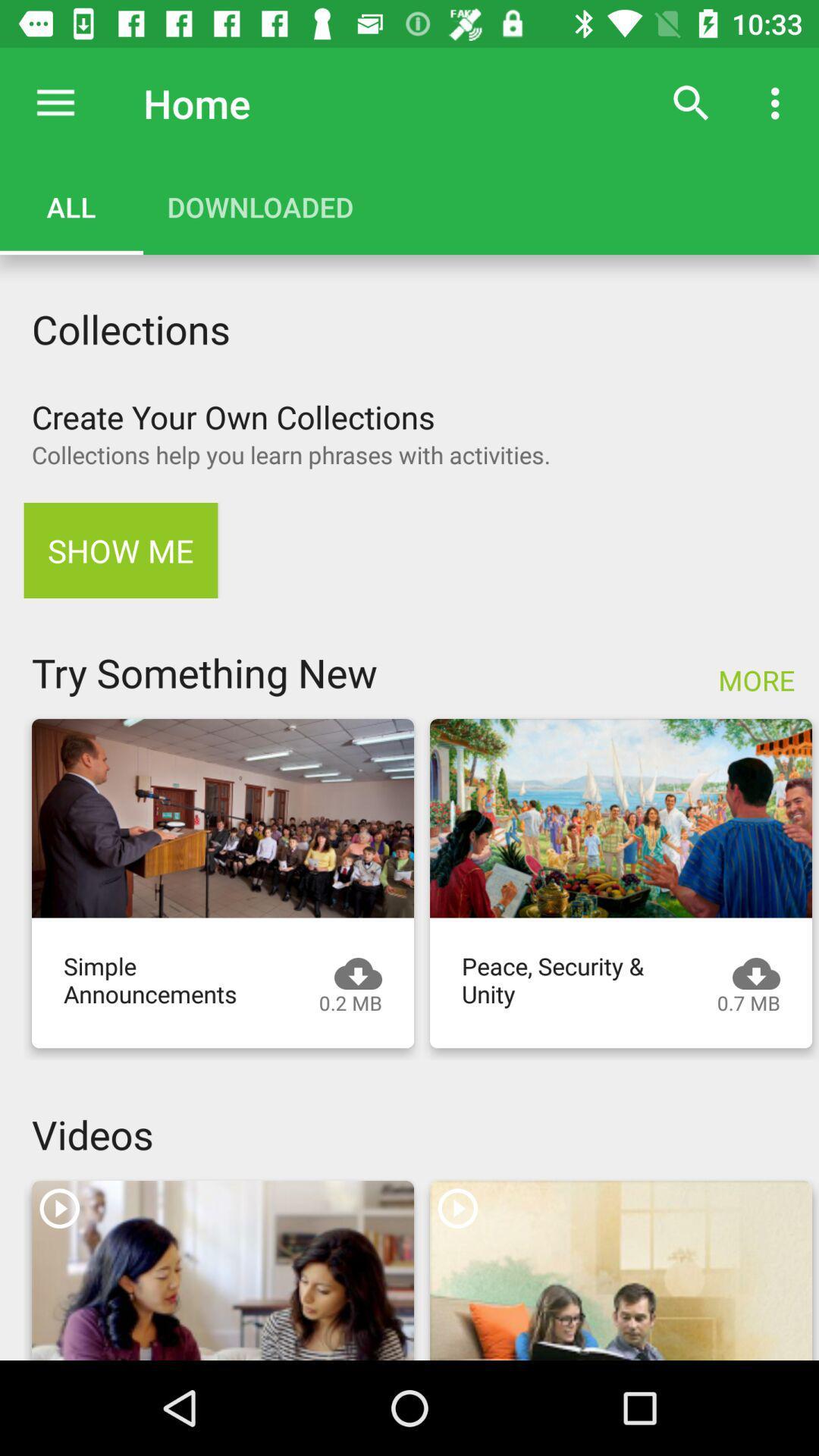 The height and width of the screenshot is (1456, 819). I want to click on click on peace security and unity, so click(620, 817).